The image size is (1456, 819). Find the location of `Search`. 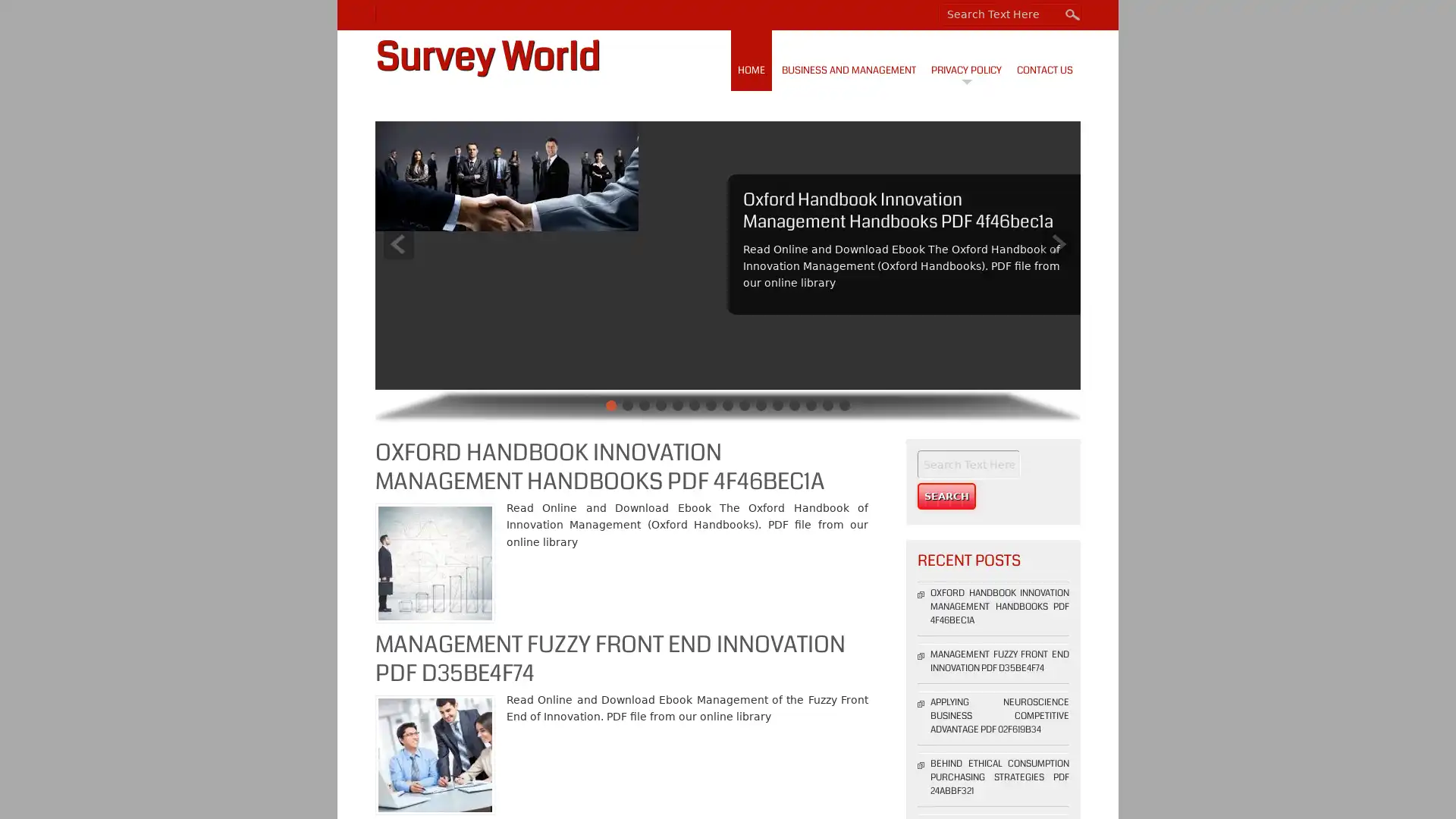

Search is located at coordinates (946, 496).